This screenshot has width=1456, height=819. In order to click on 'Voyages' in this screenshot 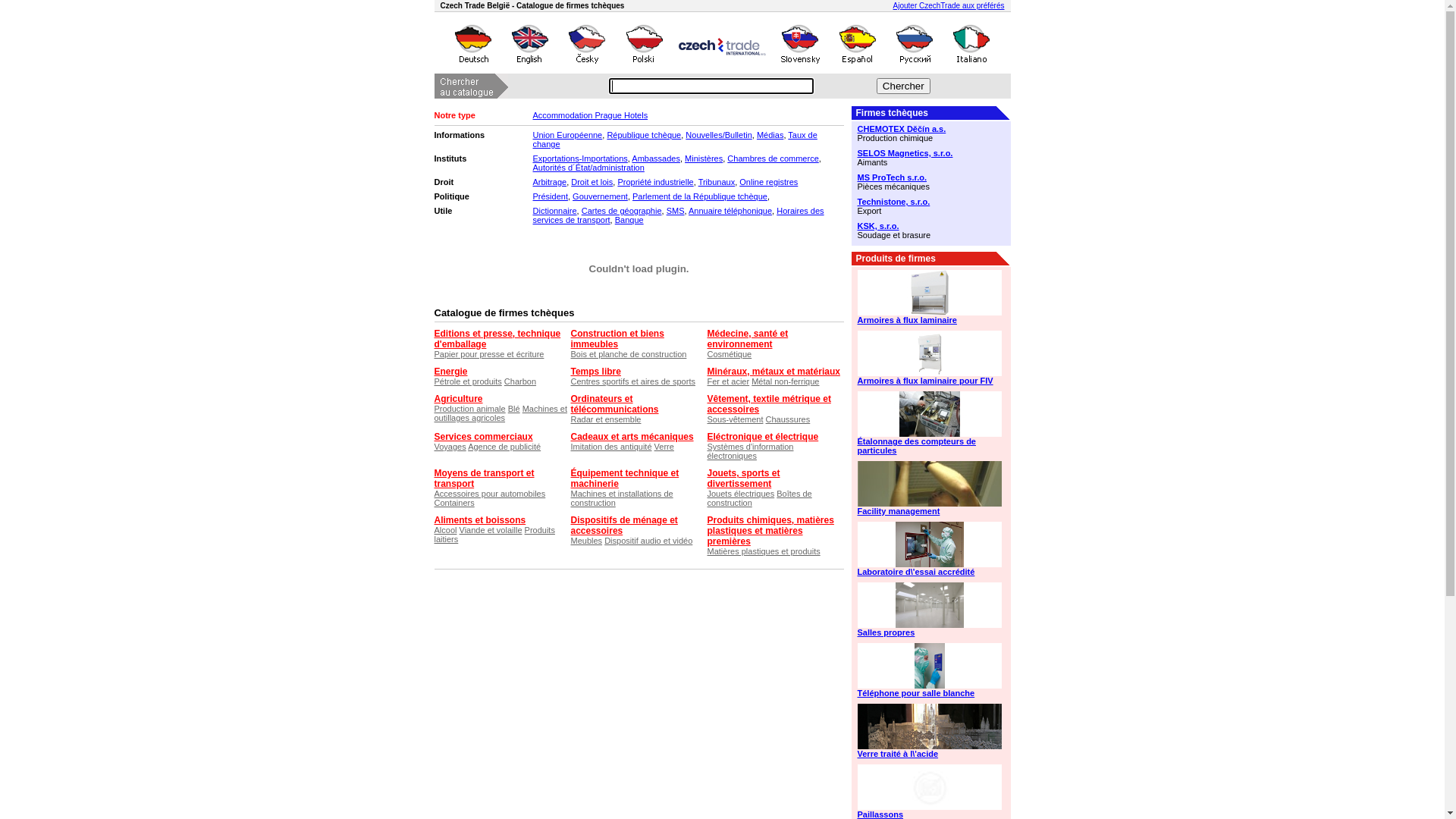, I will do `click(449, 446)`.